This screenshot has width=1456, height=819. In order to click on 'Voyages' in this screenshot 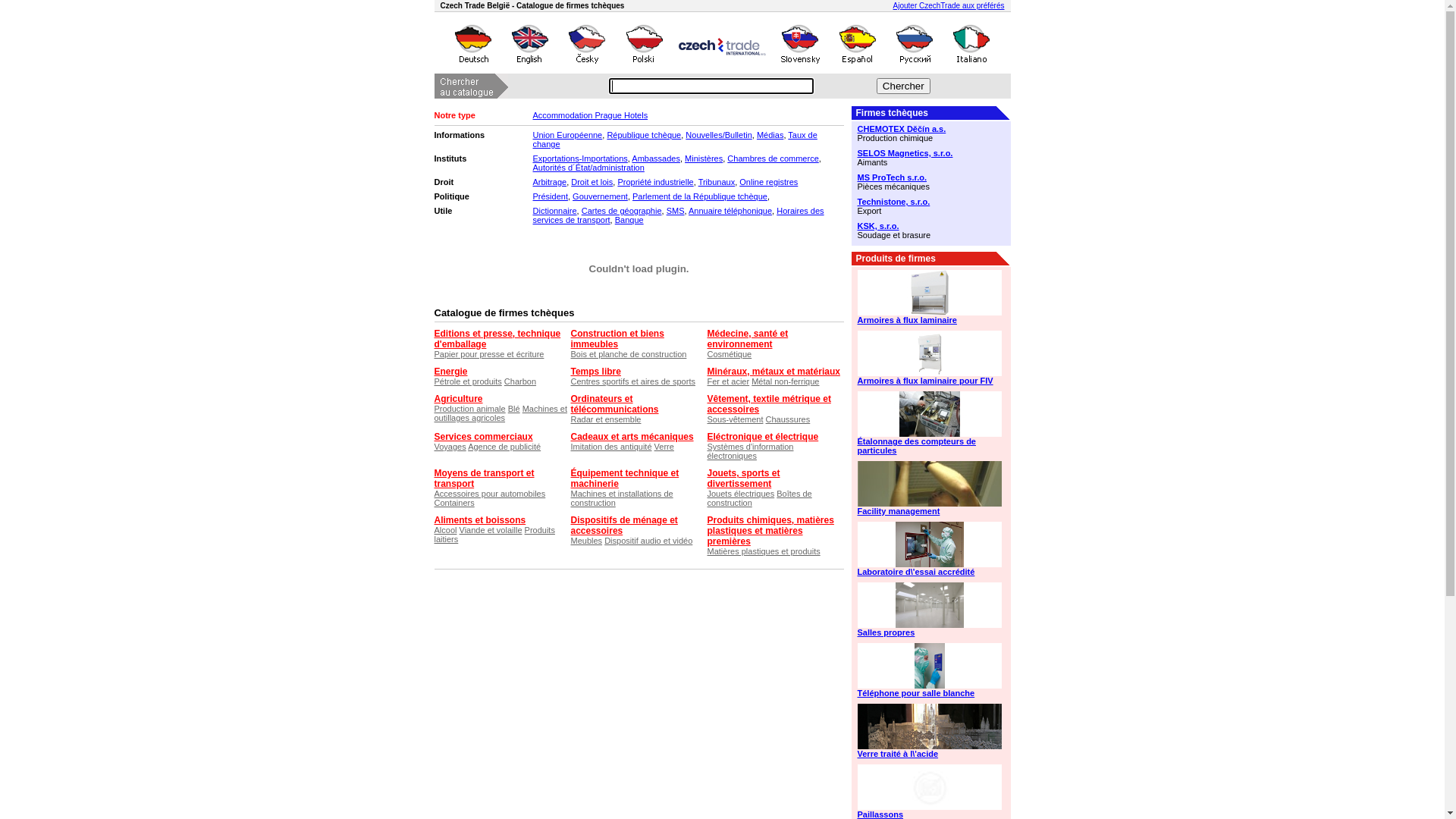, I will do `click(449, 446)`.